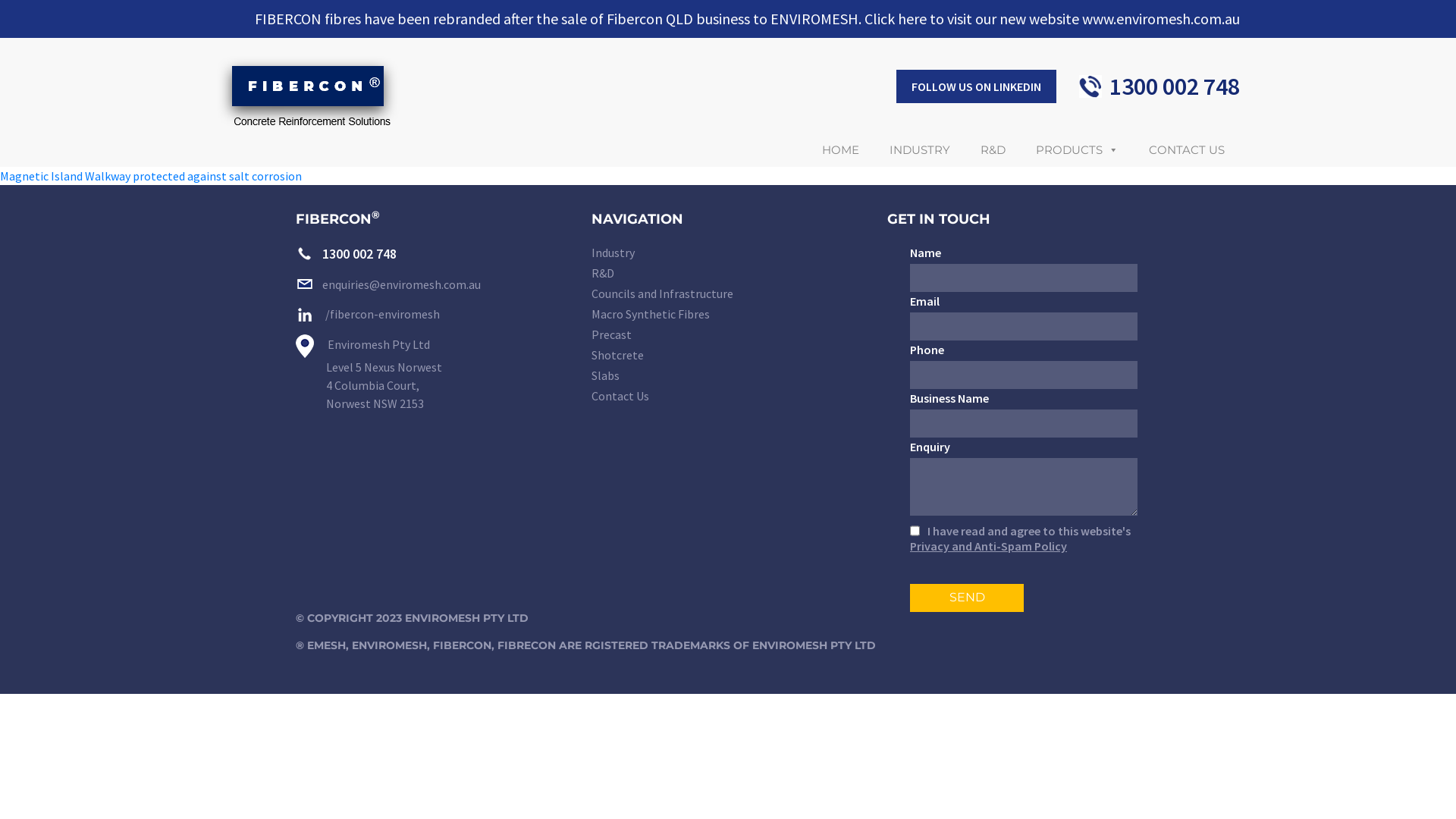 The width and height of the screenshot is (1456, 819). I want to click on '/fibercon-enviromesh', so click(367, 312).